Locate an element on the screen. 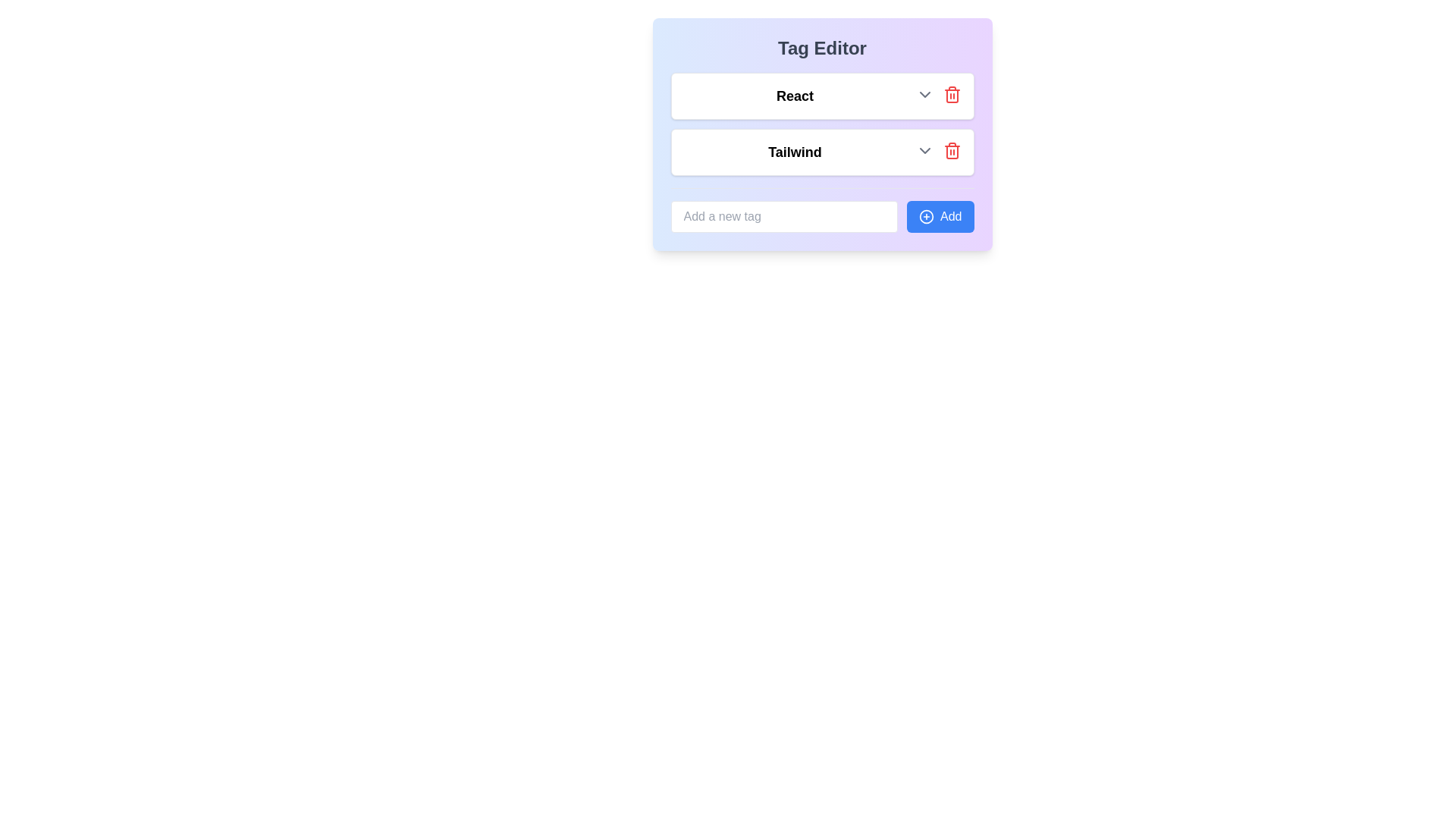 The image size is (1456, 819). the red trash bin icon located next to the text 'React' is located at coordinates (951, 94).